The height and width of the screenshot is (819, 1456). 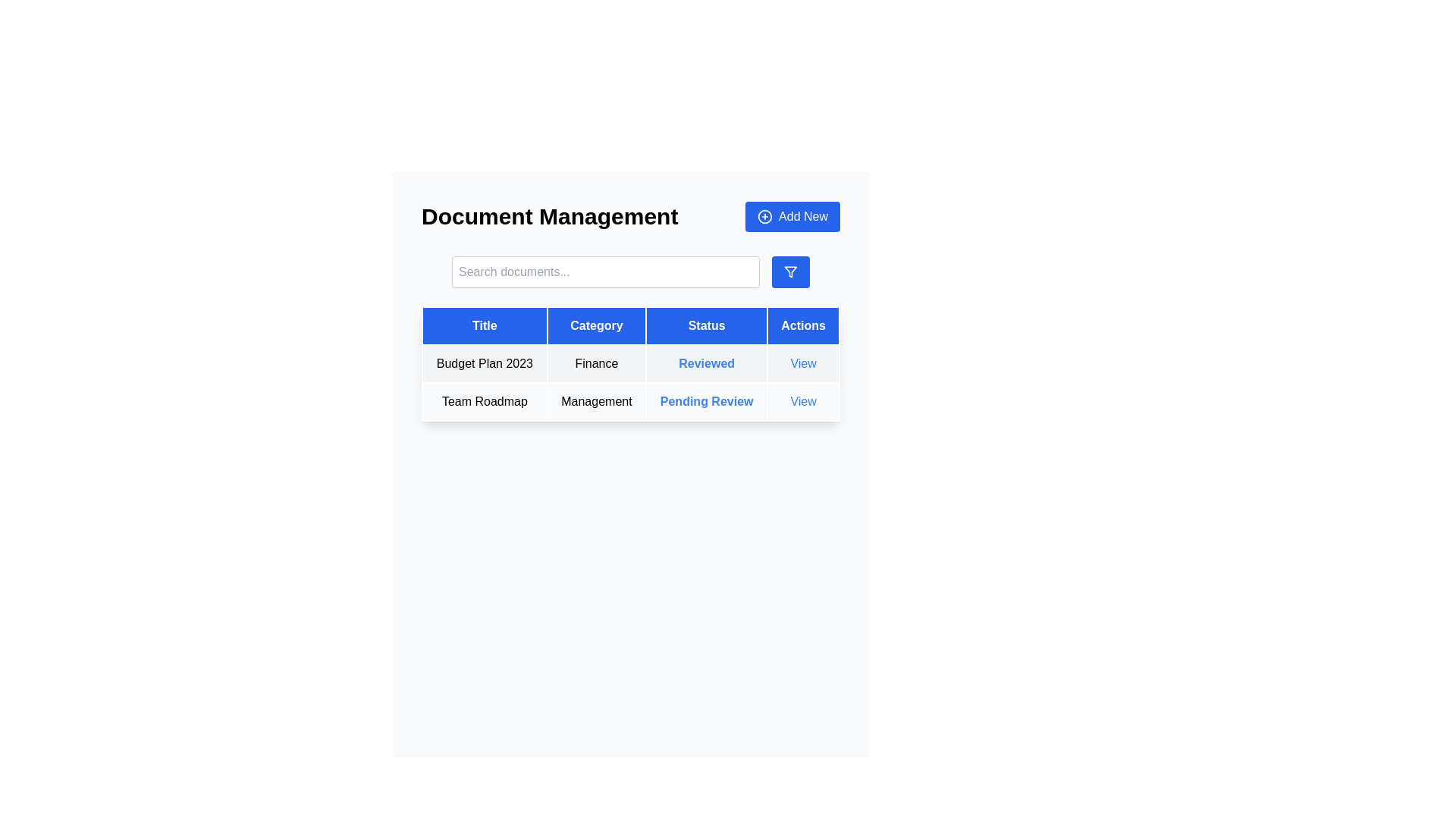 I want to click on the decorative icon within the 'Add New' button located in the top-right corner of the section, which indicates the function of adding a new item, so click(x=765, y=216).